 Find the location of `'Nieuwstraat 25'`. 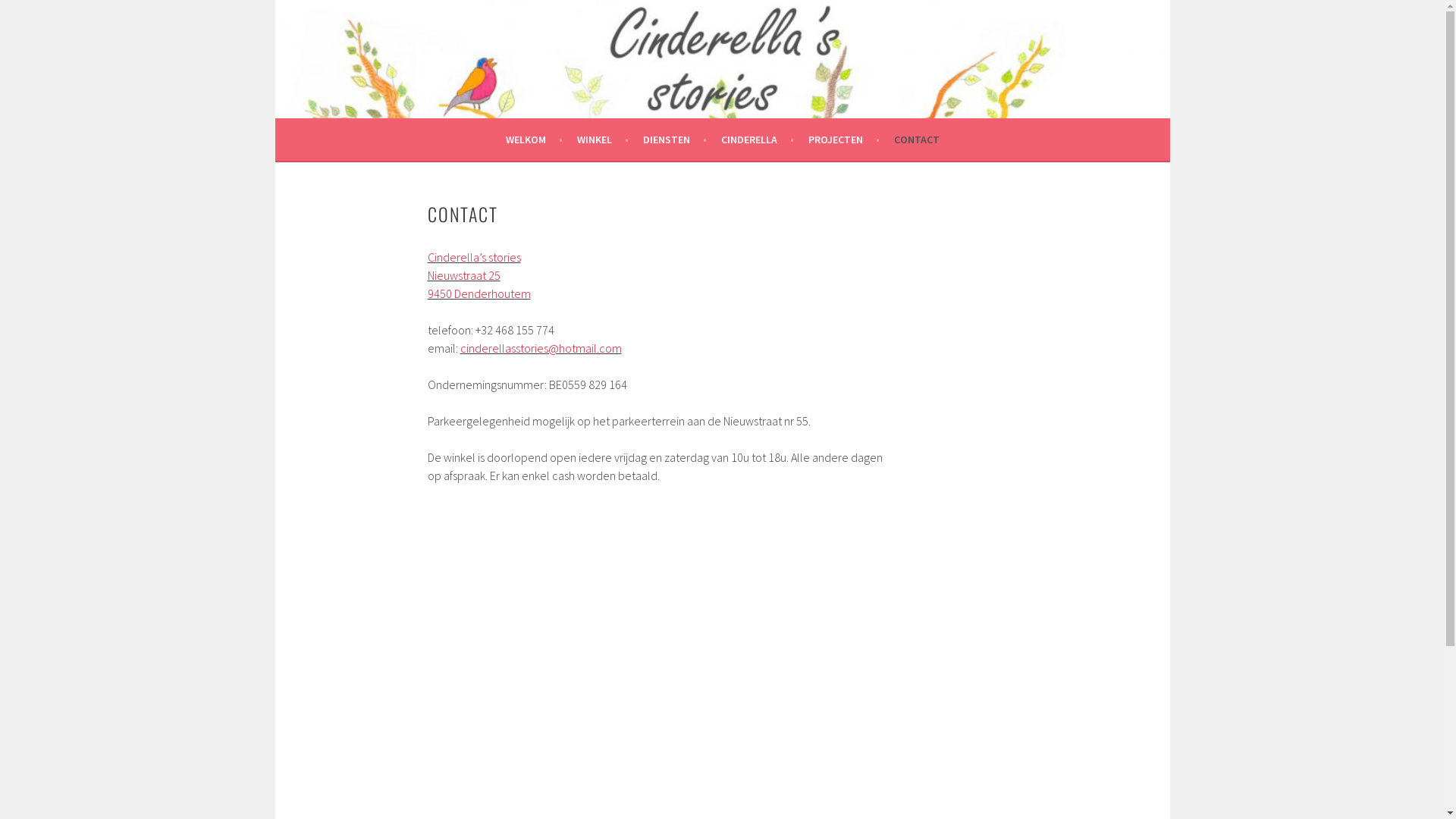

'Nieuwstraat 25' is located at coordinates (427, 275).